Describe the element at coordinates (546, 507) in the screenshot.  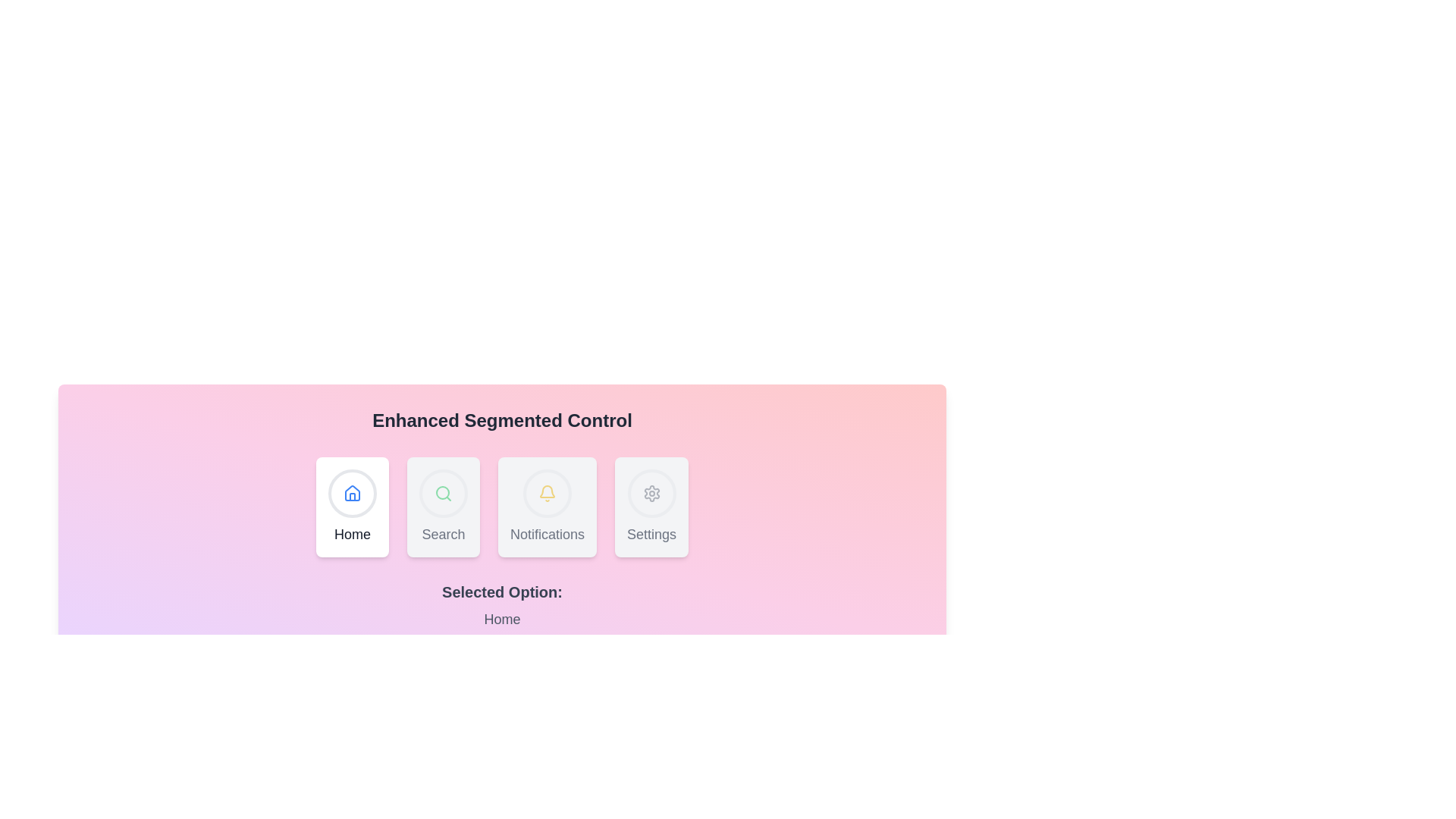
I see `the 'Notifications' button in the segmented control interface` at that location.